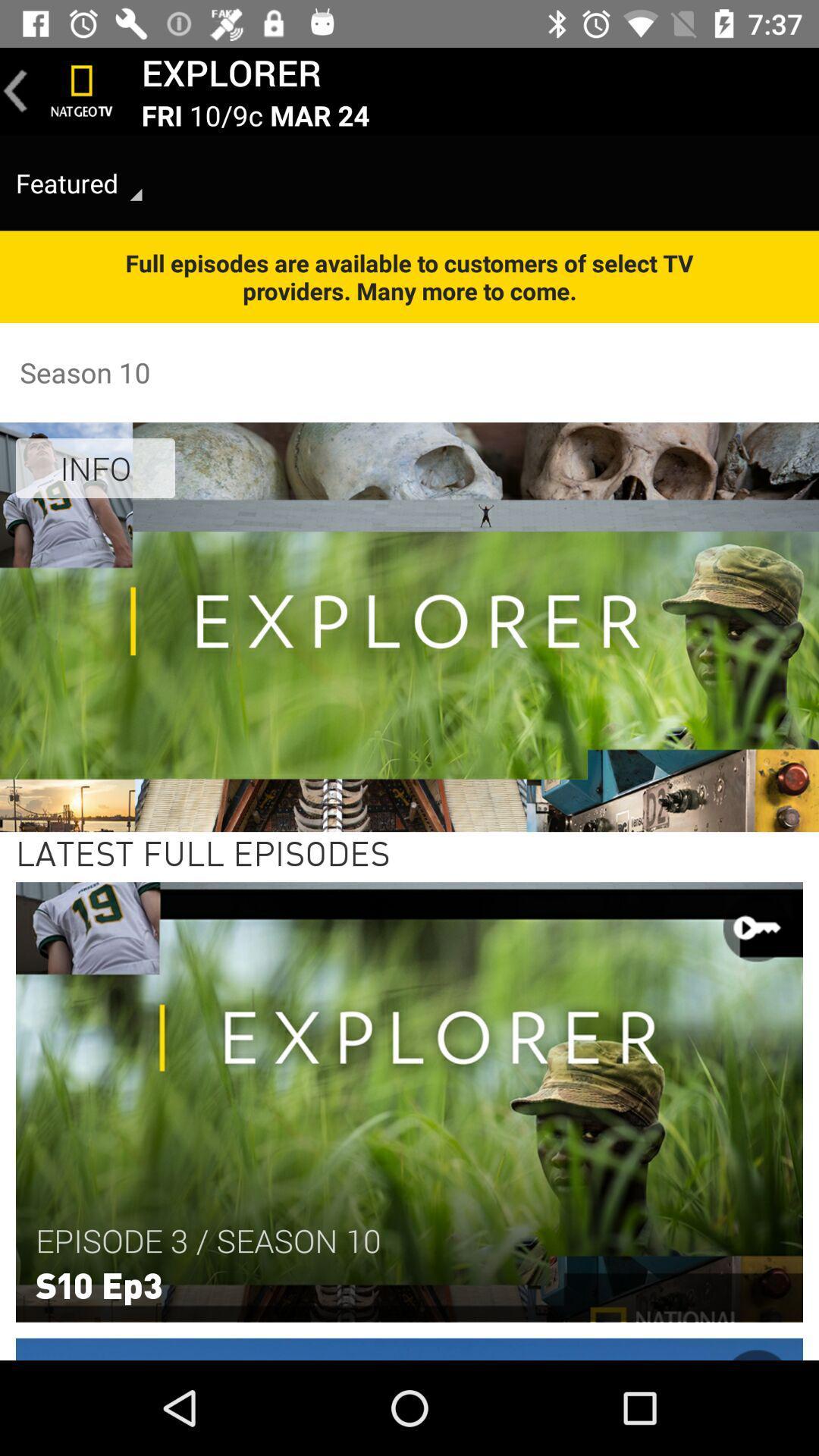 This screenshot has width=819, height=1456. What do you see at coordinates (96, 467) in the screenshot?
I see `item above latest full episodes item` at bounding box center [96, 467].